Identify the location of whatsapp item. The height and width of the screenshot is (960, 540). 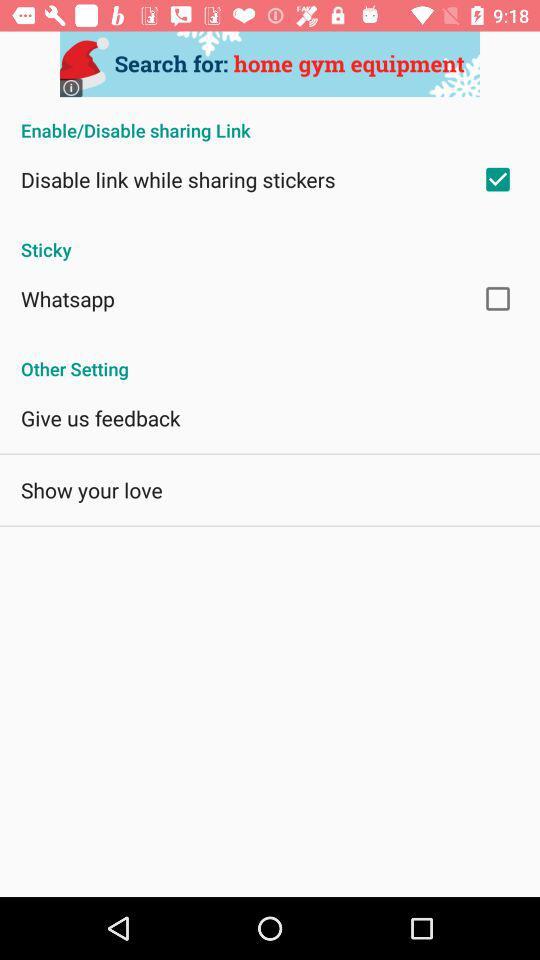
(67, 297).